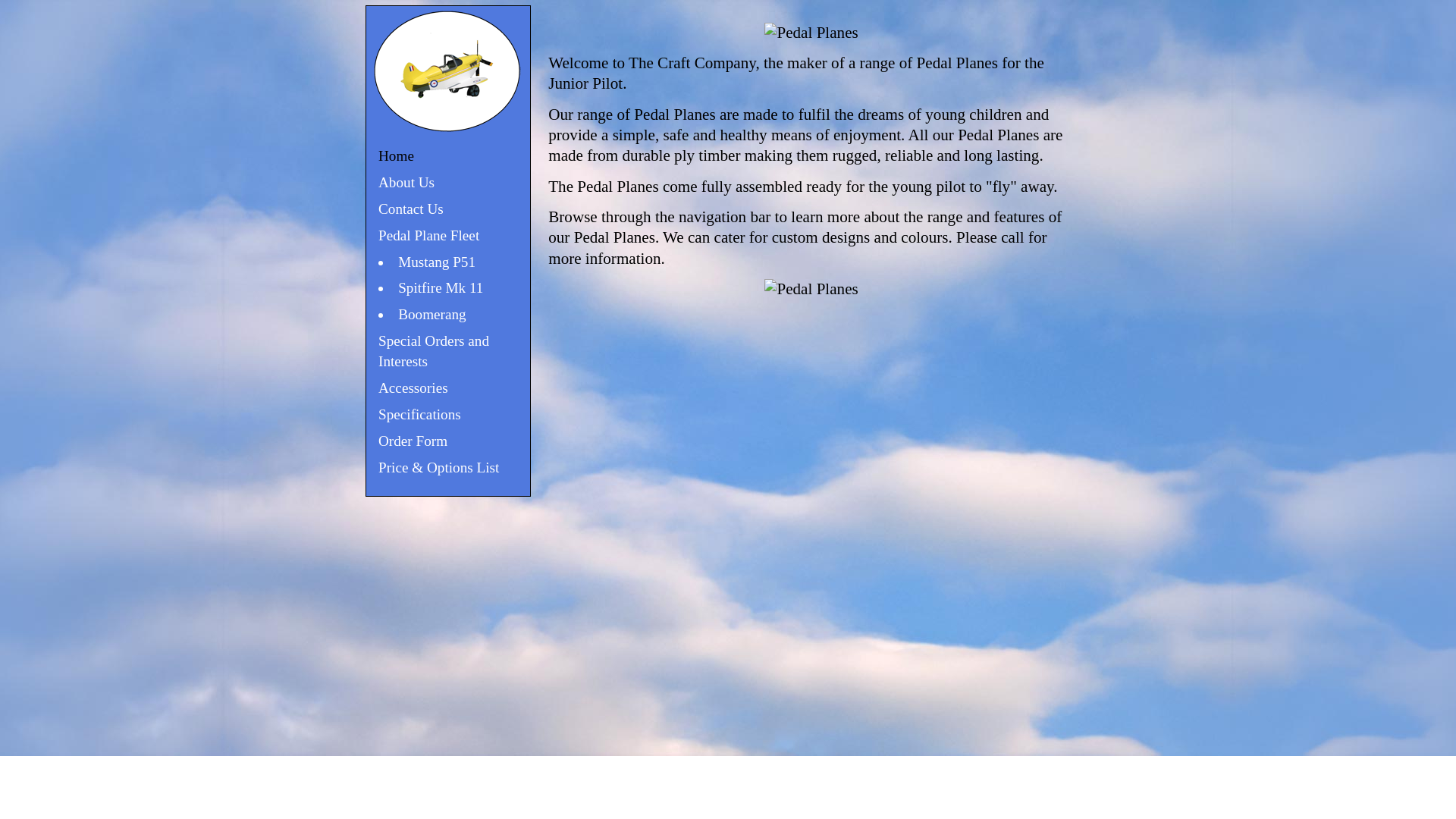  Describe the element at coordinates (413, 441) in the screenshot. I see `'Order Form'` at that location.